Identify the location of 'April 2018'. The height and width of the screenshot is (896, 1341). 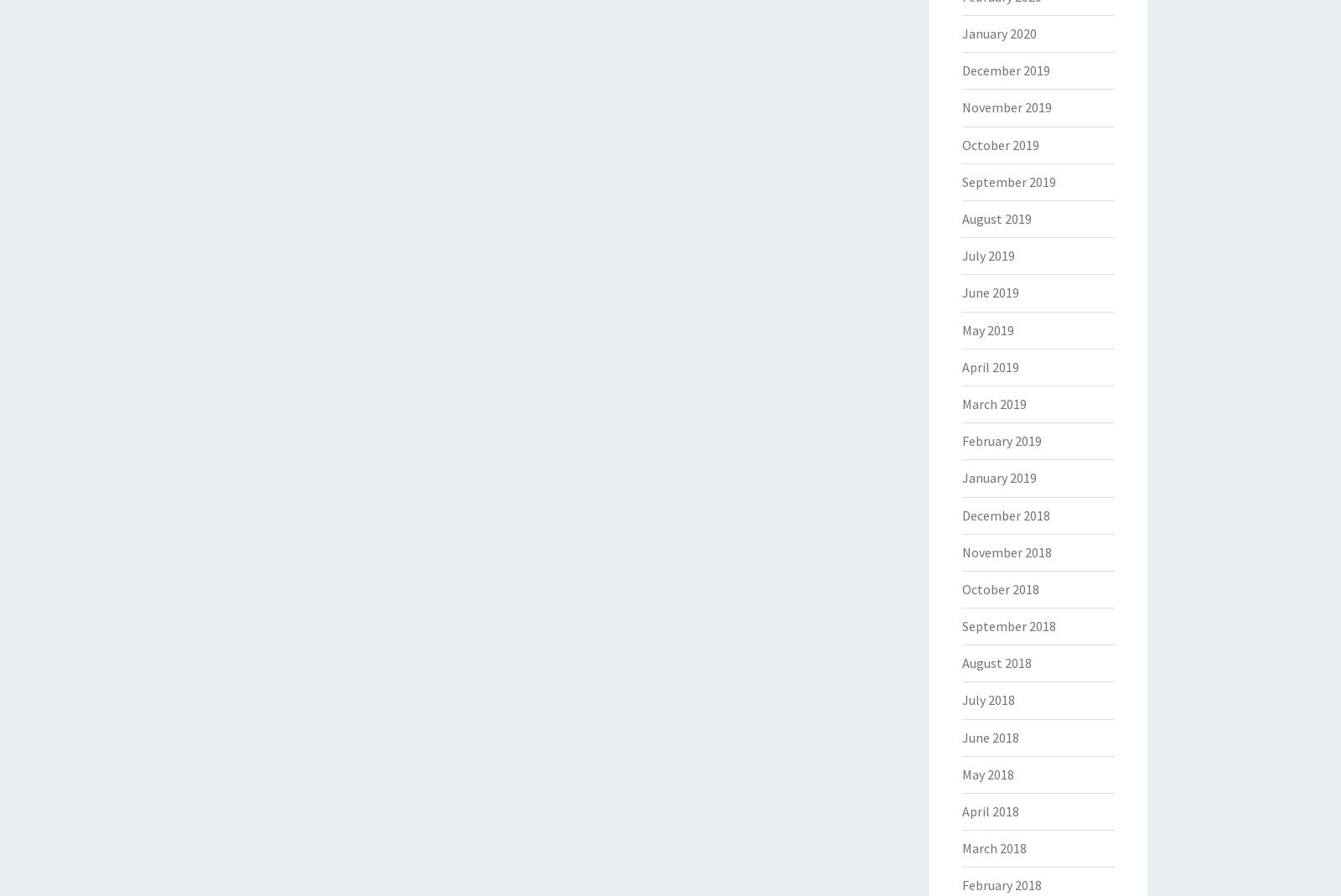
(961, 811).